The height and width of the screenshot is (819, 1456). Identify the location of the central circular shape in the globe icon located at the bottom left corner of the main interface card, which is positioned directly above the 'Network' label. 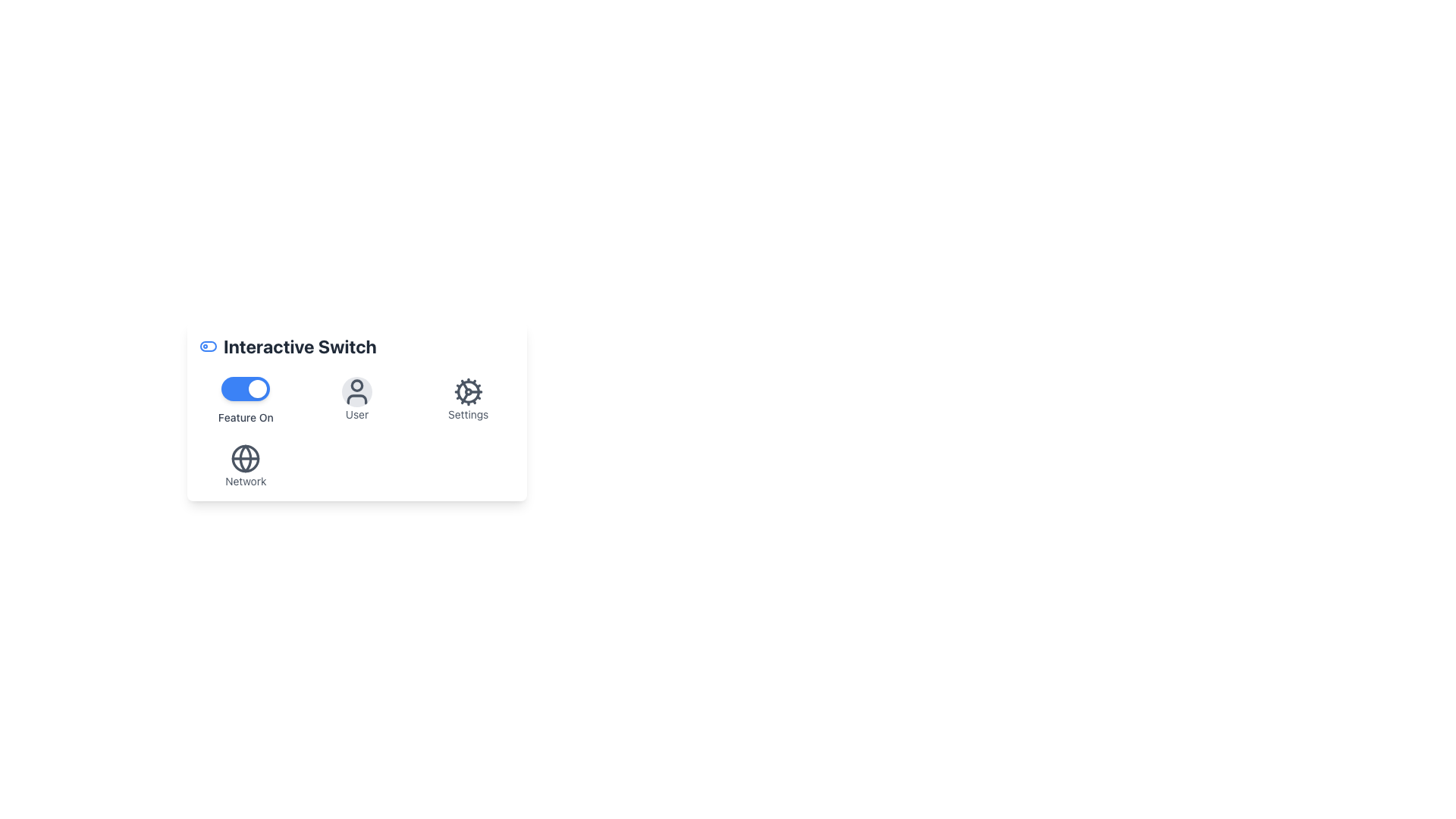
(246, 458).